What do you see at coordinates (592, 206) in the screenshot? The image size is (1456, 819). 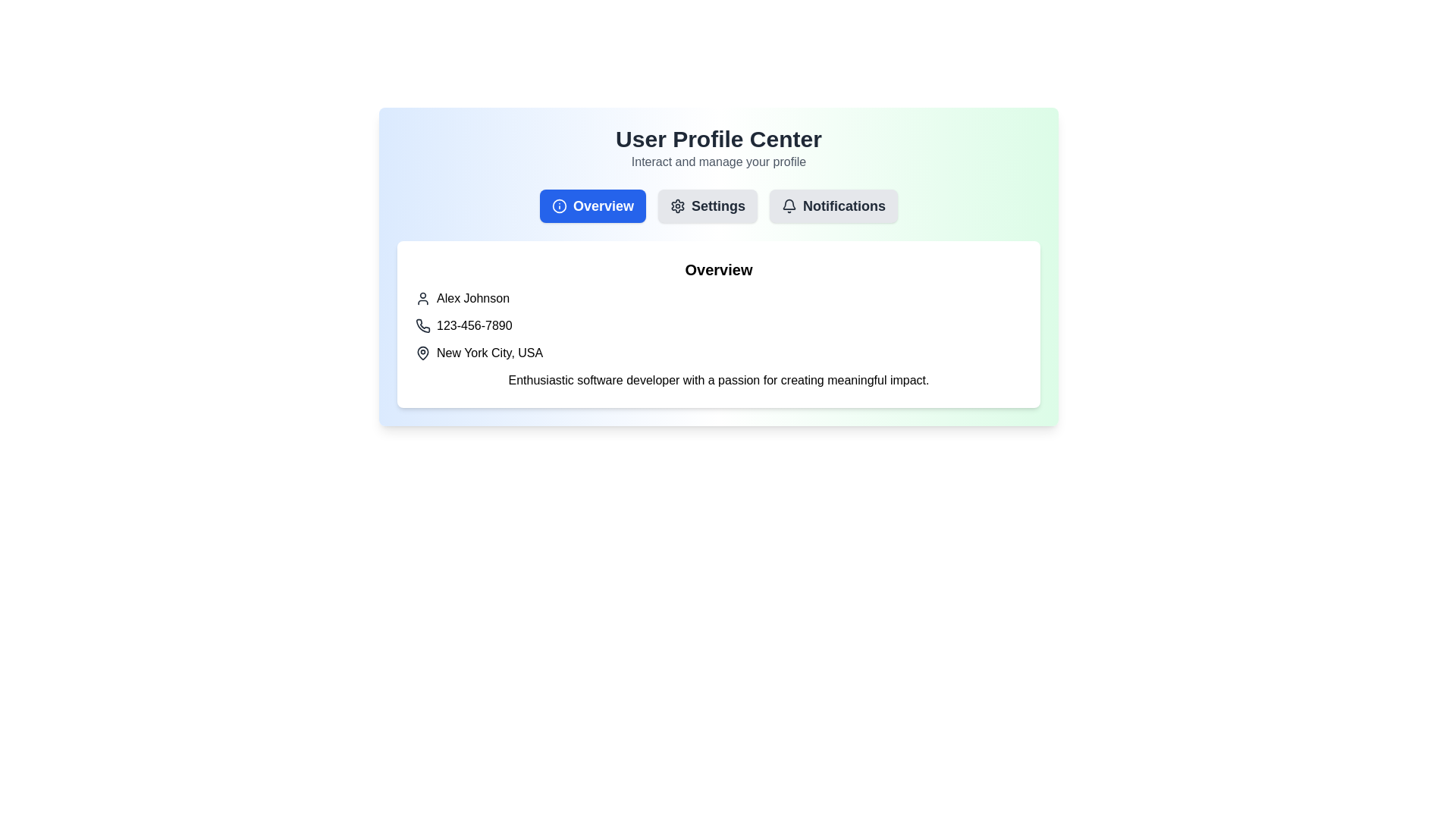 I see `the 'Overview' button, which is a rectangular button with rounded corners, a blue background, and contains the text 'Overview' in bold white font, located left among three buttons under 'User Profile Center'` at bounding box center [592, 206].